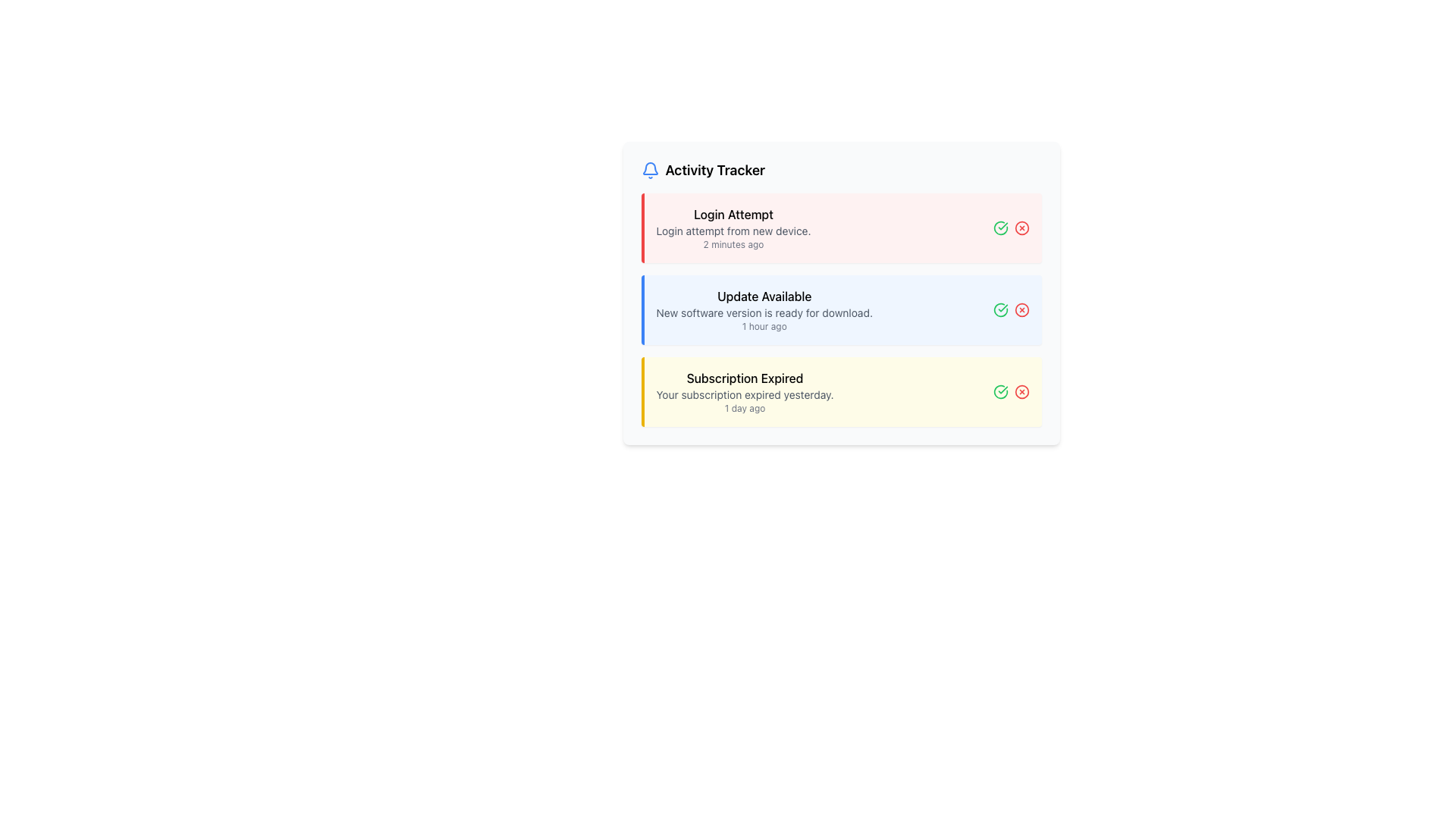 The width and height of the screenshot is (1456, 819). I want to click on the 'Activity Tracker' text label, which is displayed in bold font within the header of a notification card, located to the right of a bell icon, so click(714, 170).